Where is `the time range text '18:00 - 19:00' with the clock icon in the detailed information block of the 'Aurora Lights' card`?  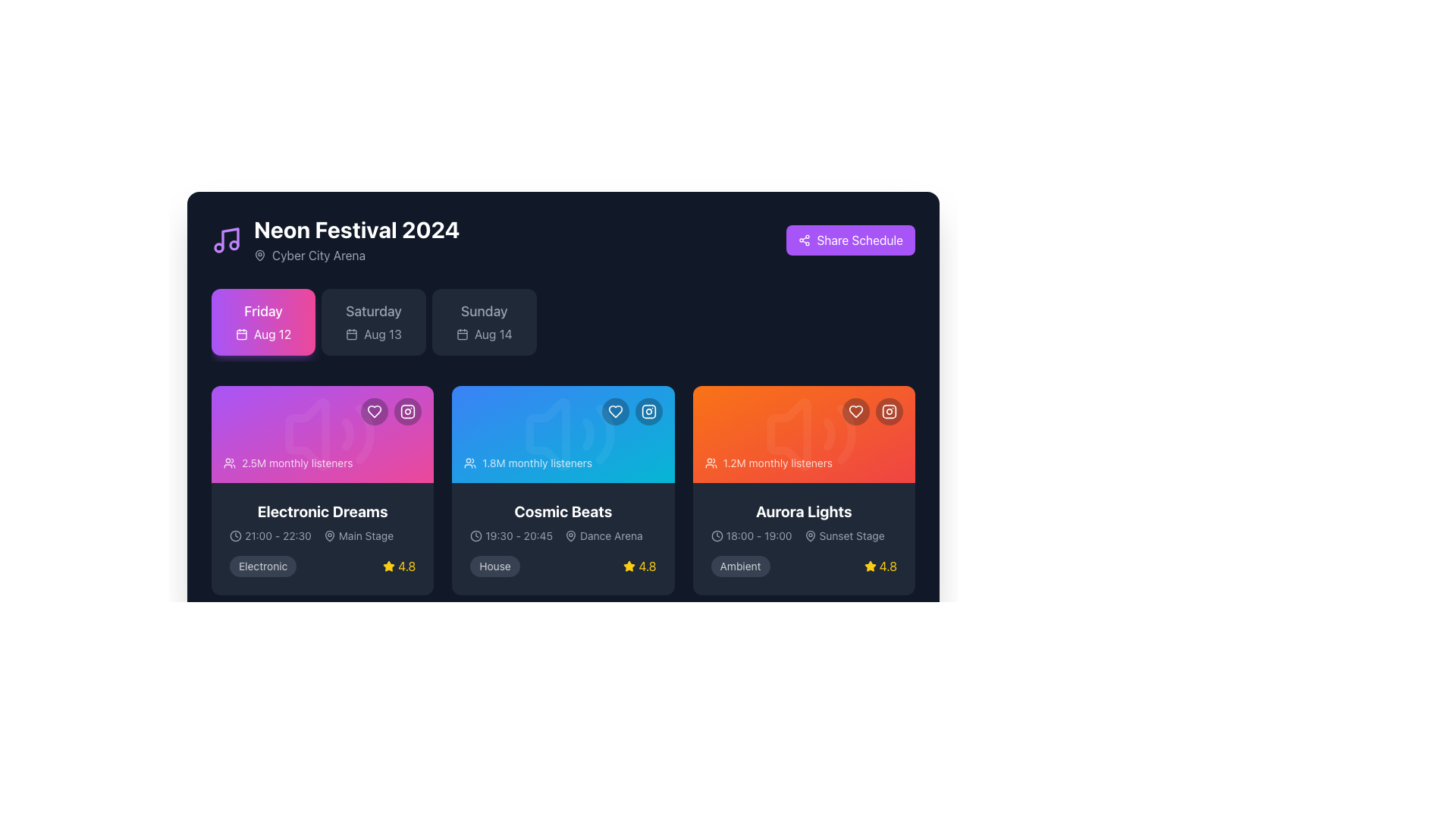
the time range text '18:00 - 19:00' with the clock icon in the detailed information block of the 'Aurora Lights' card is located at coordinates (752, 535).